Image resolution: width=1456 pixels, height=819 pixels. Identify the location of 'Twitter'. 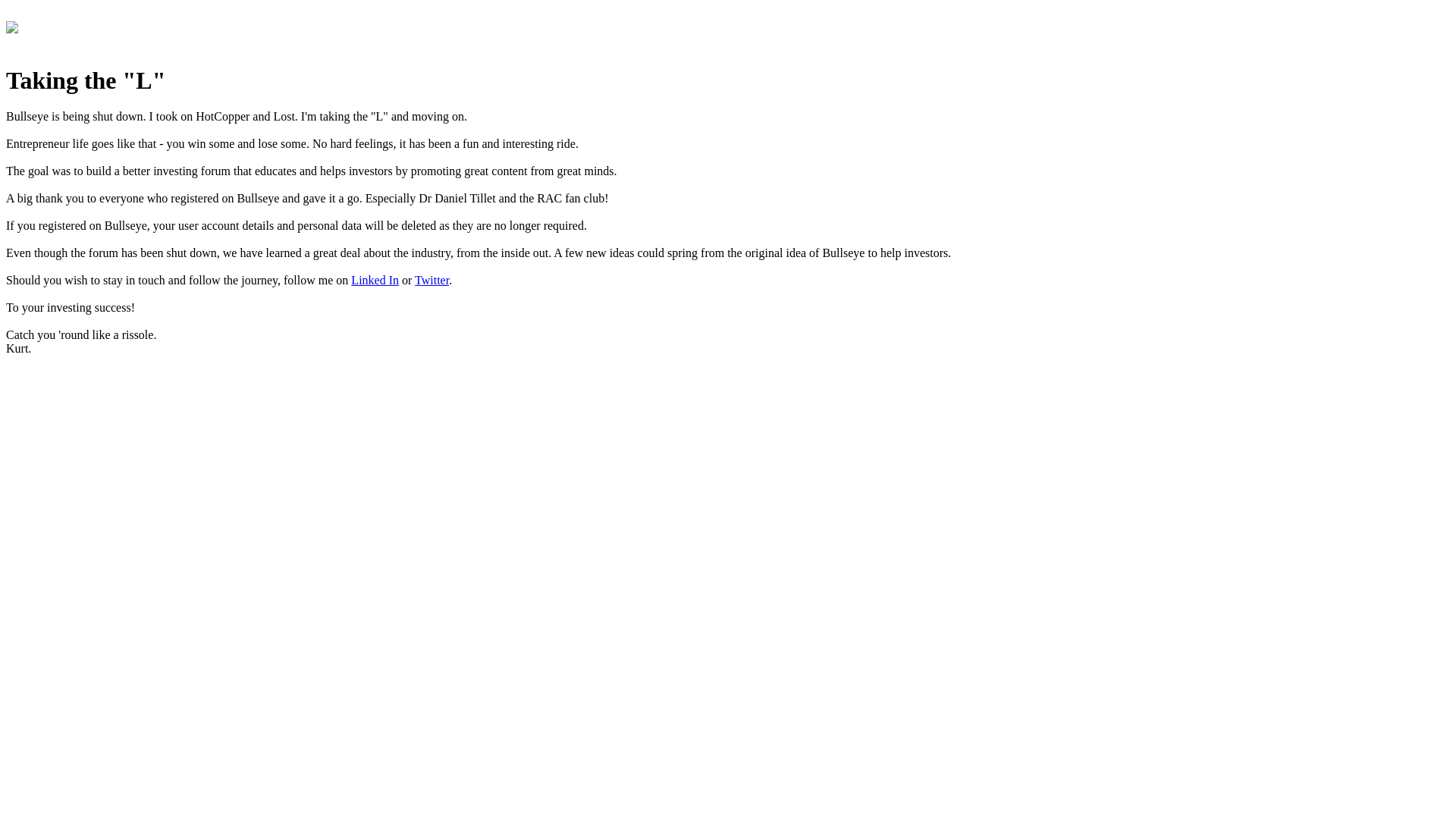
(431, 280).